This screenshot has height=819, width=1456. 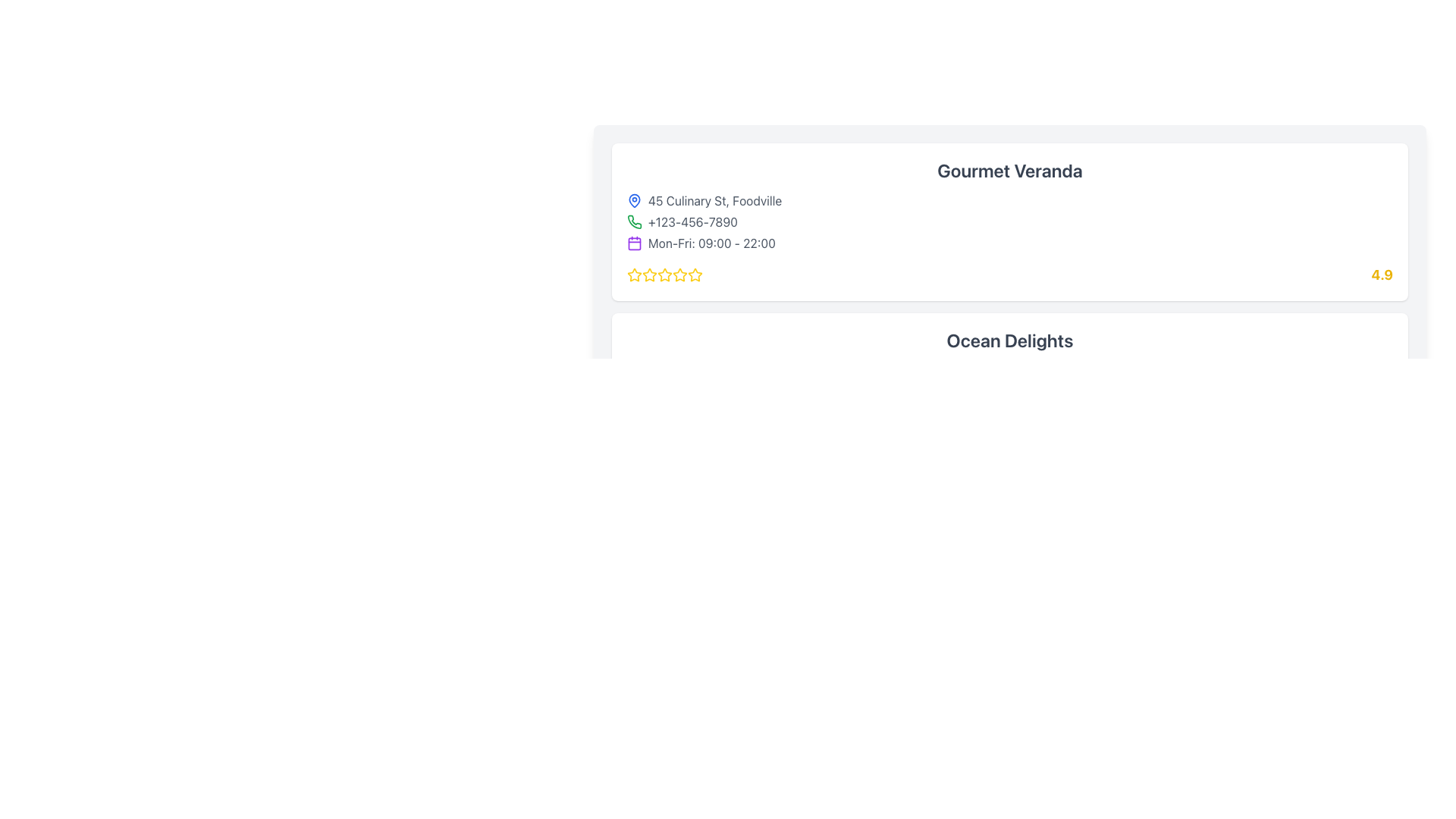 I want to click on the second star icon in the rating system to visually indicate a score or quality level, so click(x=650, y=275).